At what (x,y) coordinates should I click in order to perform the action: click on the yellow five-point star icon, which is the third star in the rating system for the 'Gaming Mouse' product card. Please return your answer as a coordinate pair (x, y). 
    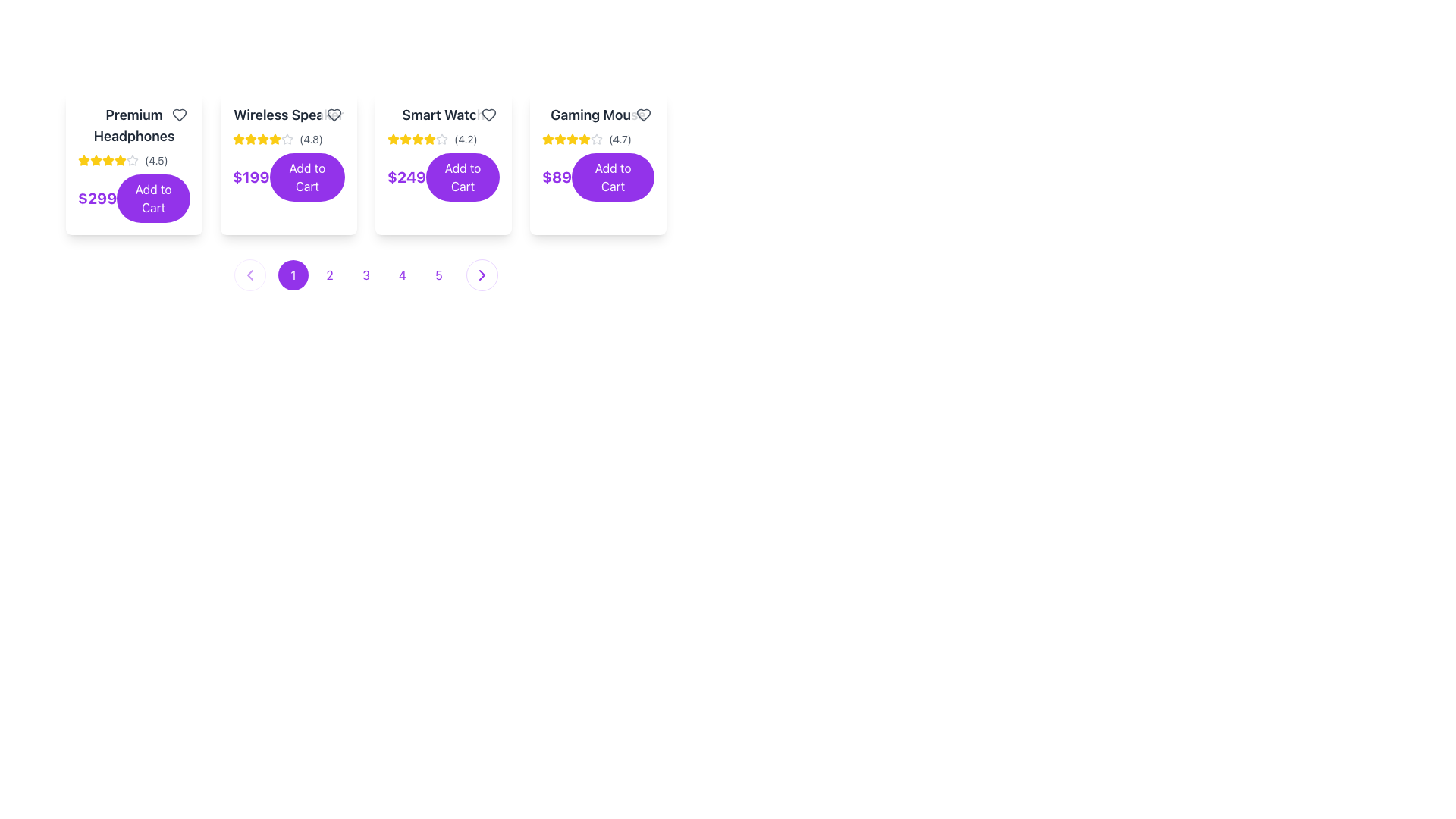
    Looking at the image, I should click on (560, 140).